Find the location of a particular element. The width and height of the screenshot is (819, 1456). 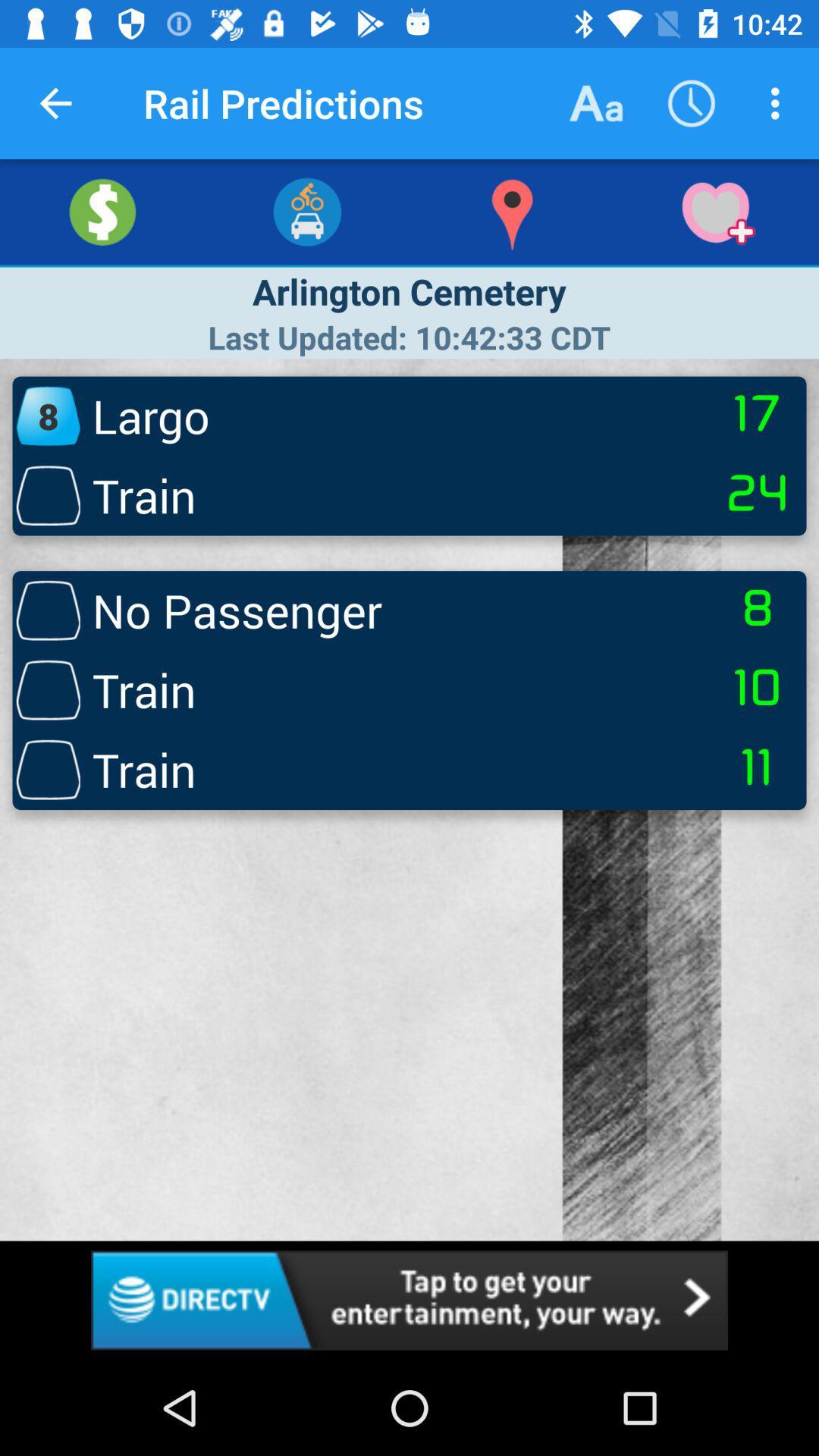

to favourites is located at coordinates (717, 211).